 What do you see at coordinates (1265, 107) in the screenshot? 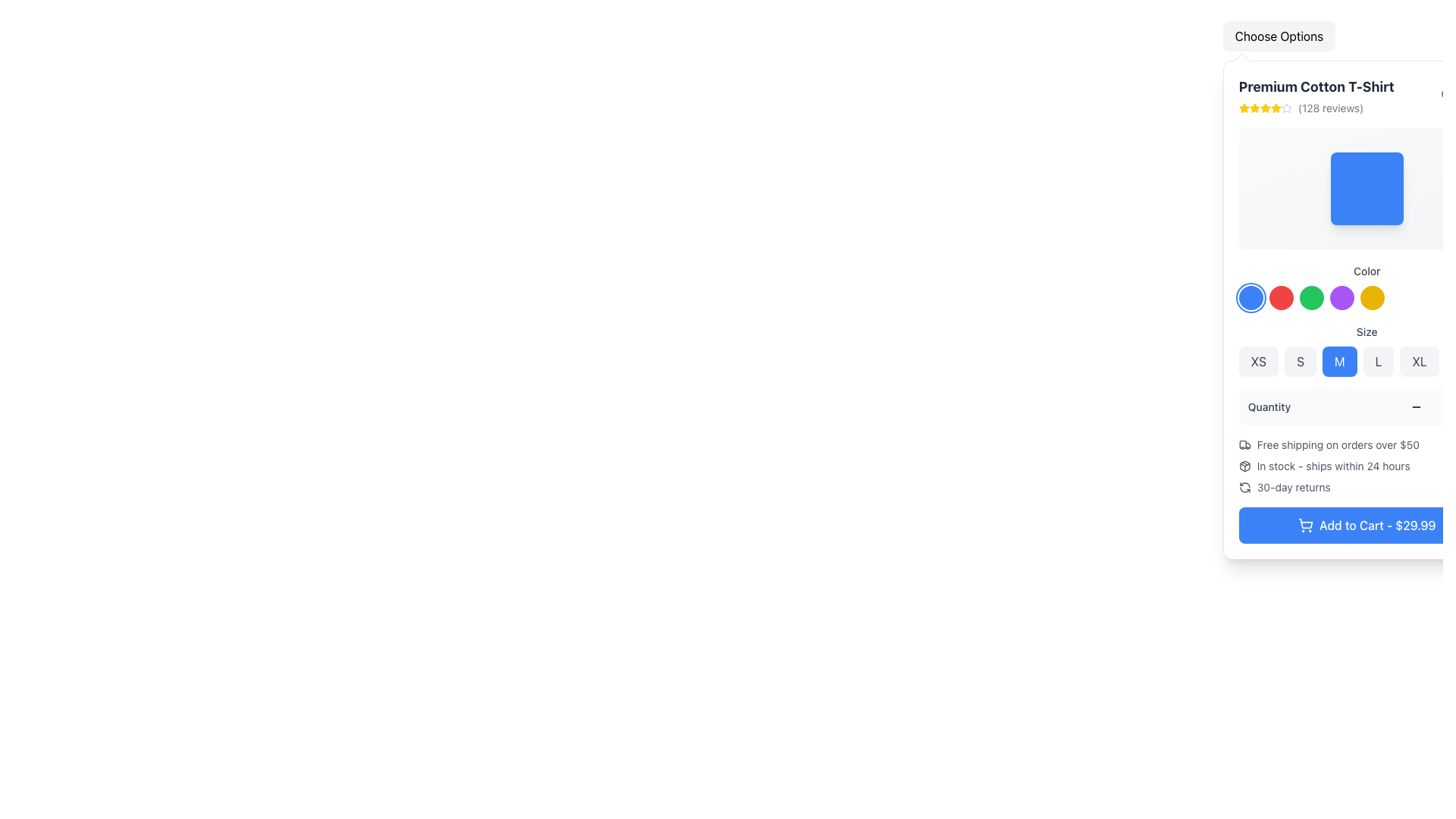
I see `the second yellow star in the rating section` at bounding box center [1265, 107].